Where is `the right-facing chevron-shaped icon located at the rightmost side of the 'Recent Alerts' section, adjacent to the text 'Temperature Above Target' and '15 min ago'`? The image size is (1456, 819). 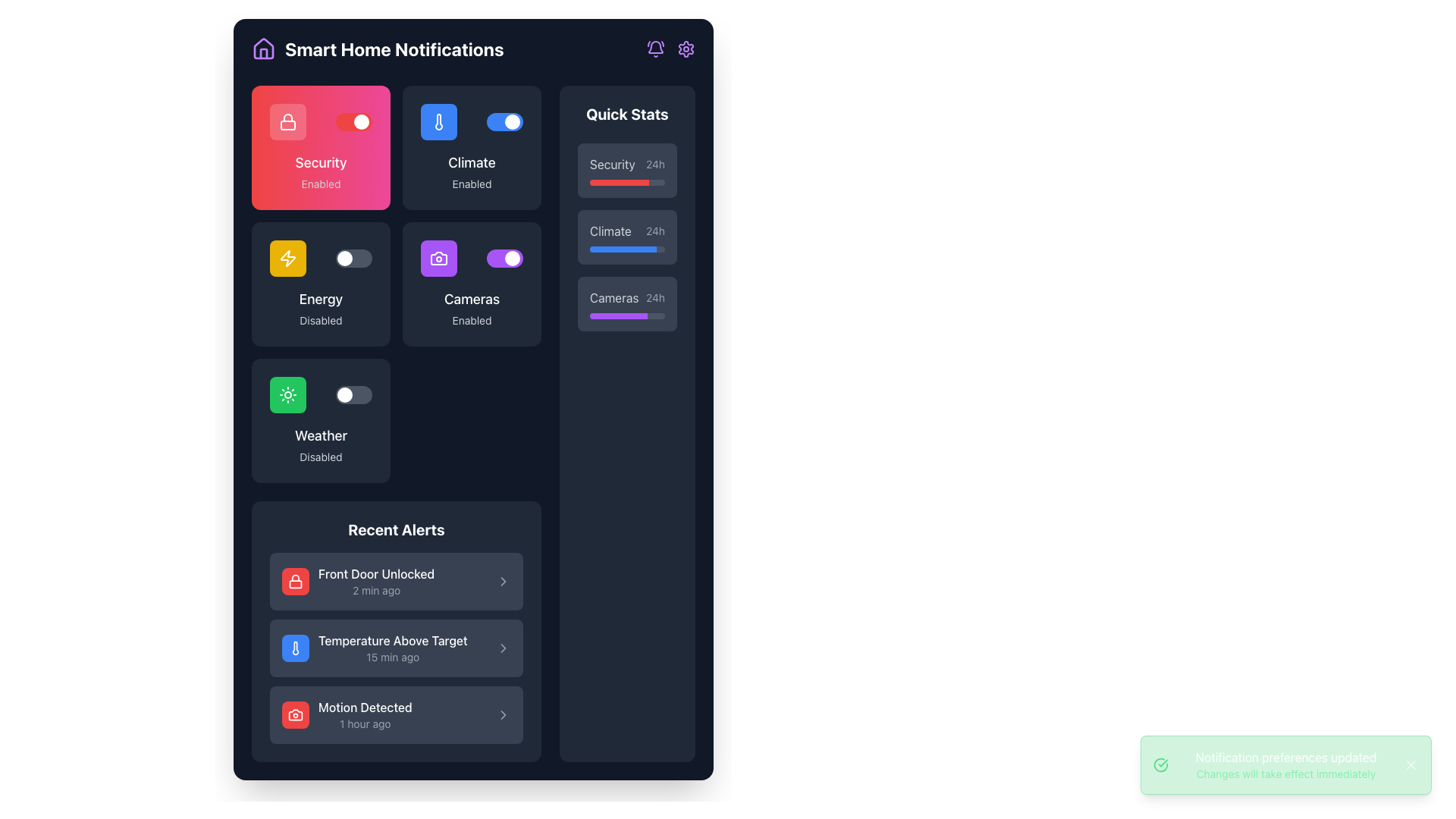
the right-facing chevron-shaped icon located at the rightmost side of the 'Recent Alerts' section, adjacent to the text 'Temperature Above Target' and '15 min ago' is located at coordinates (503, 648).